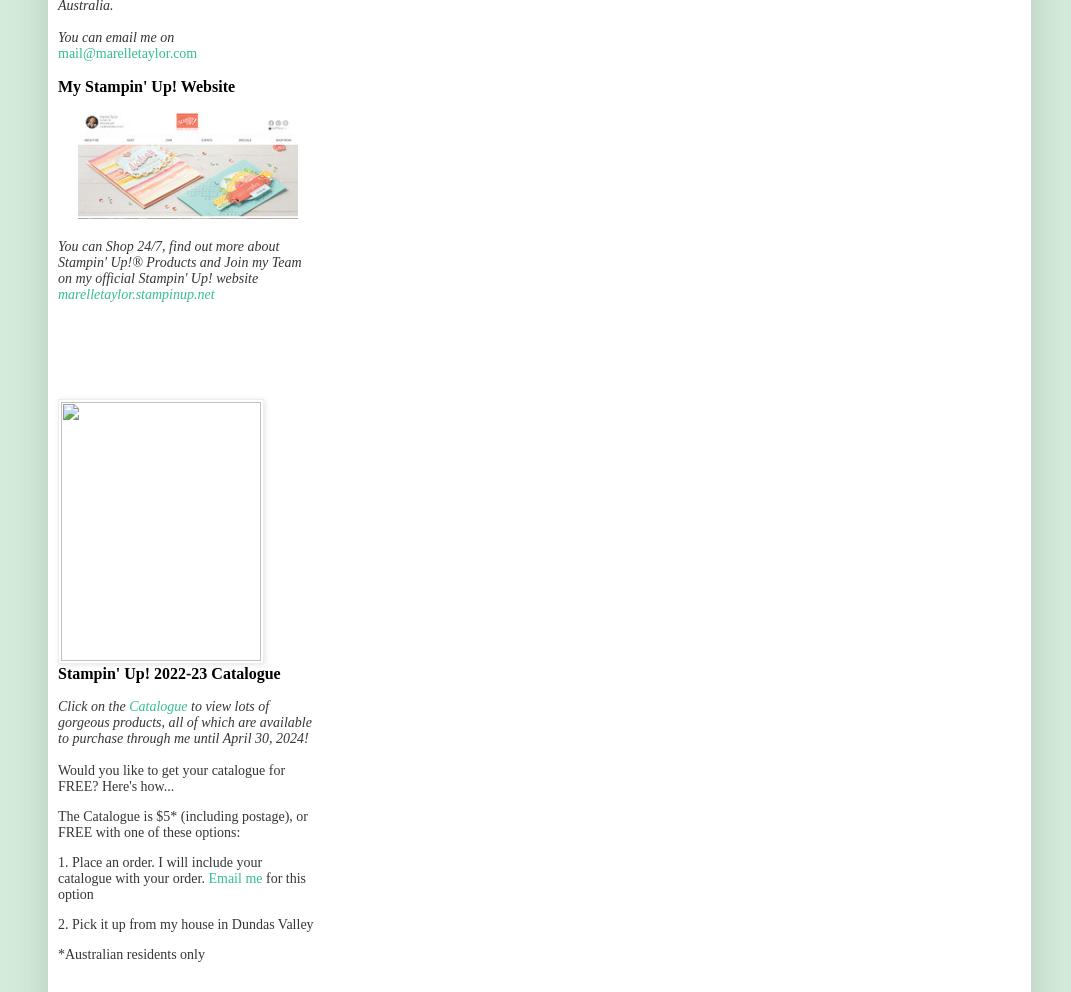 The height and width of the screenshot is (992, 1071). Describe the element at coordinates (168, 672) in the screenshot. I see `'Stampin' Up! 2022-23 Catalogue'` at that location.